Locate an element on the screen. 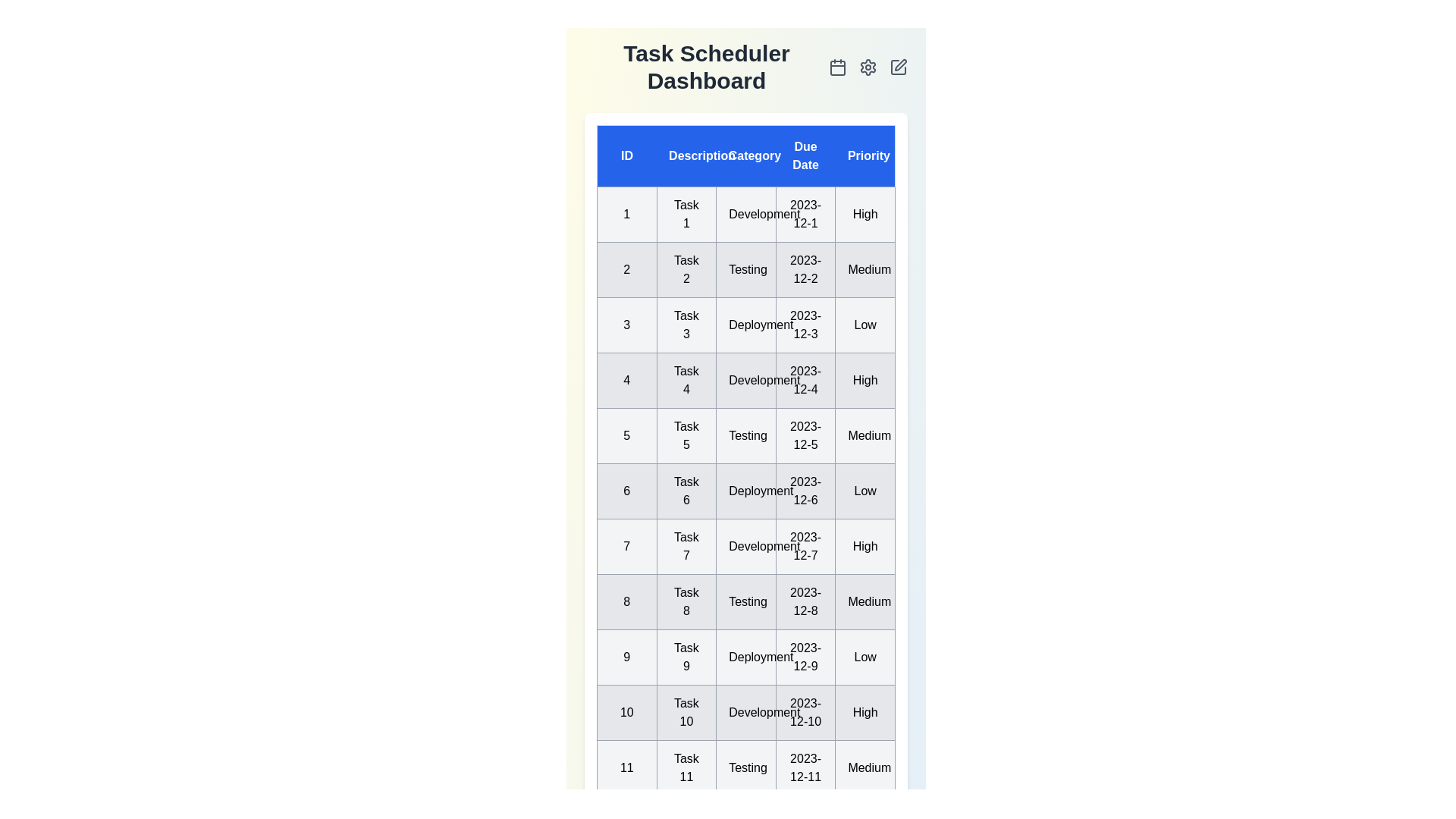 The width and height of the screenshot is (1456, 819). the column header 'Priority' to sort the tasks by that column is located at coordinates (865, 155).